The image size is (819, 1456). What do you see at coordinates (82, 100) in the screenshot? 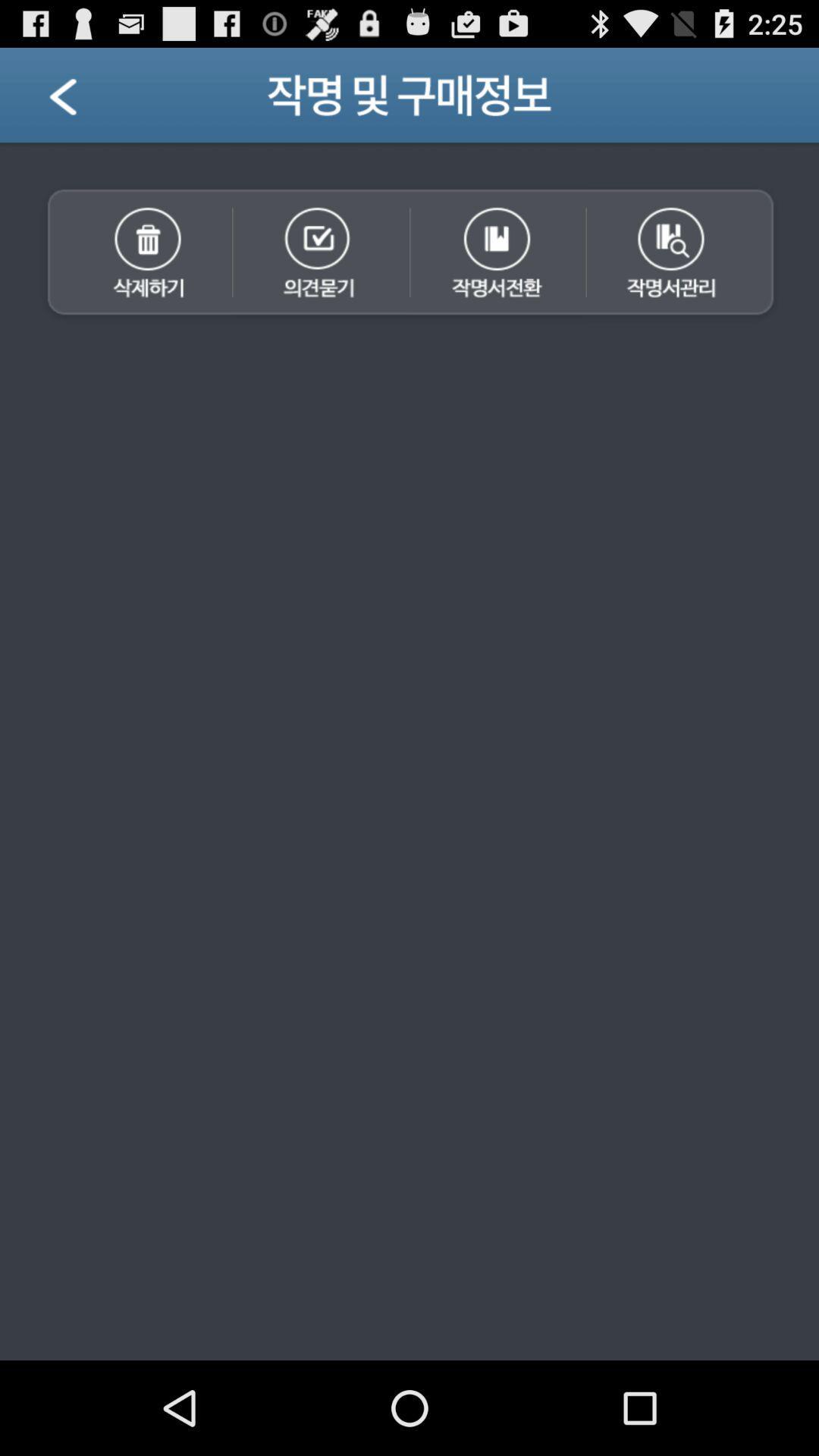
I see `go back` at bounding box center [82, 100].